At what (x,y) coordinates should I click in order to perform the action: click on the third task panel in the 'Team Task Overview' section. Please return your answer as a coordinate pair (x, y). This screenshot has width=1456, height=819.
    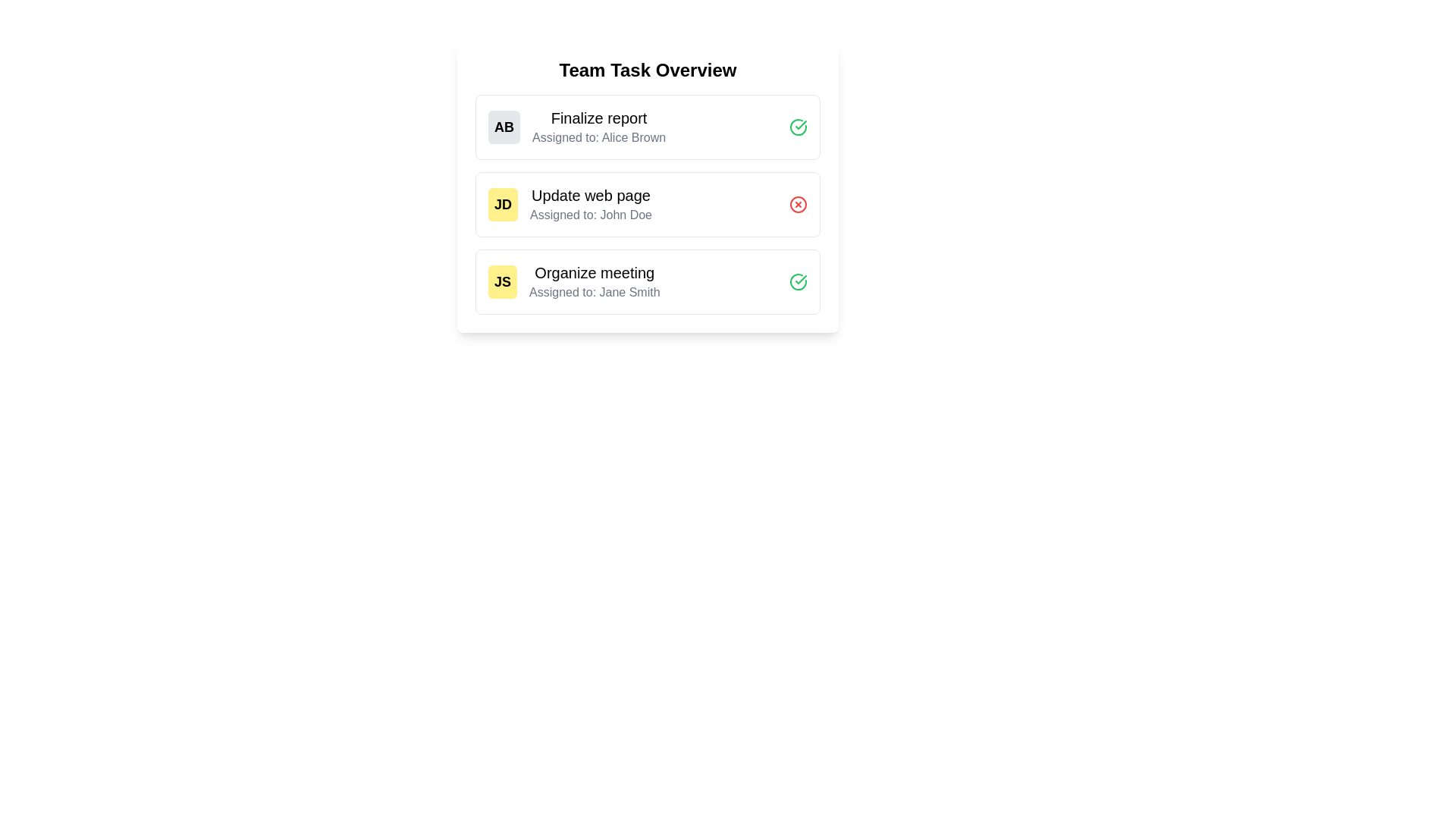
    Looking at the image, I should click on (648, 281).